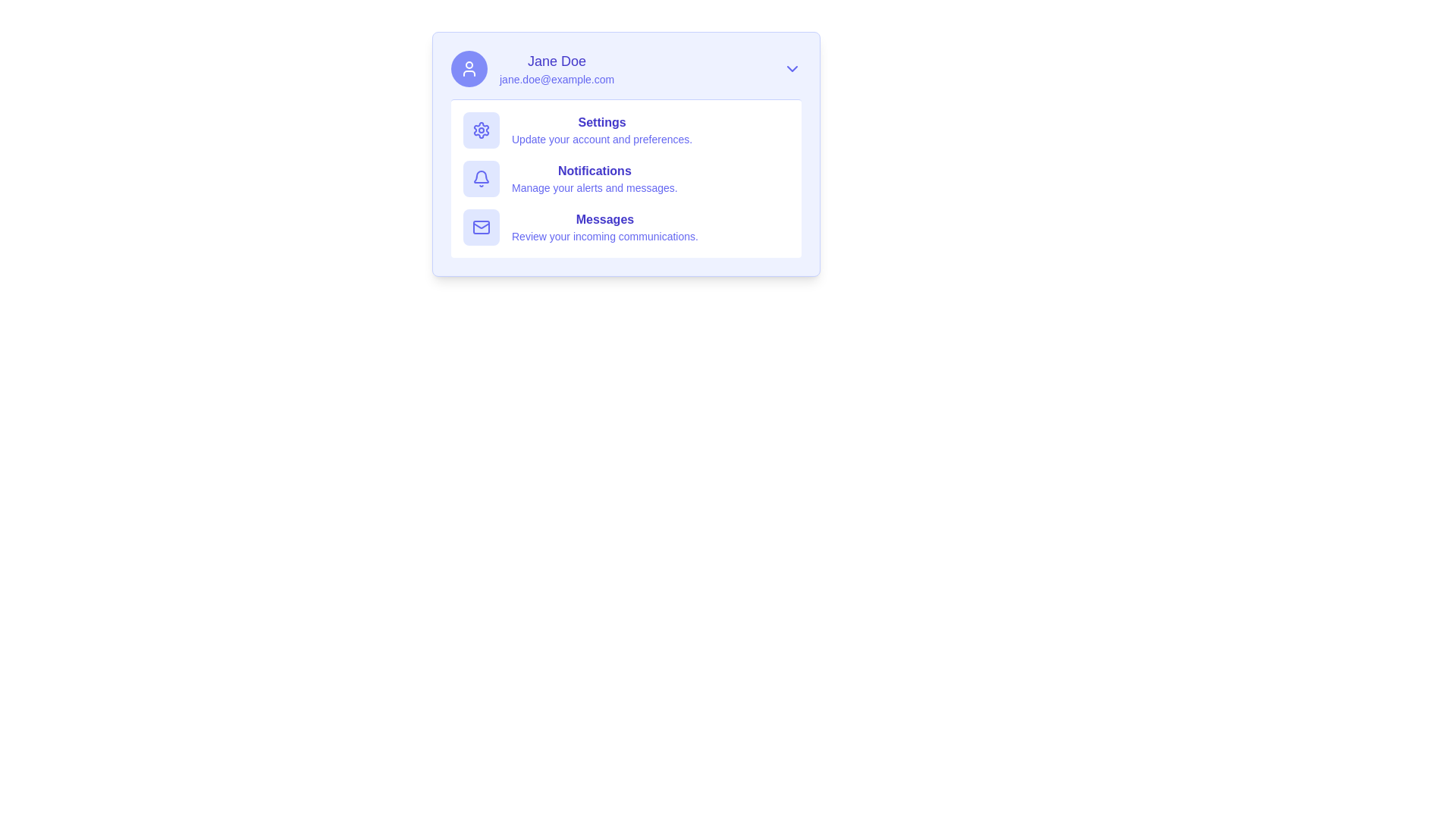  I want to click on the text block displaying 'Messages' with a description 'Review your incoming communications.', so click(604, 227).